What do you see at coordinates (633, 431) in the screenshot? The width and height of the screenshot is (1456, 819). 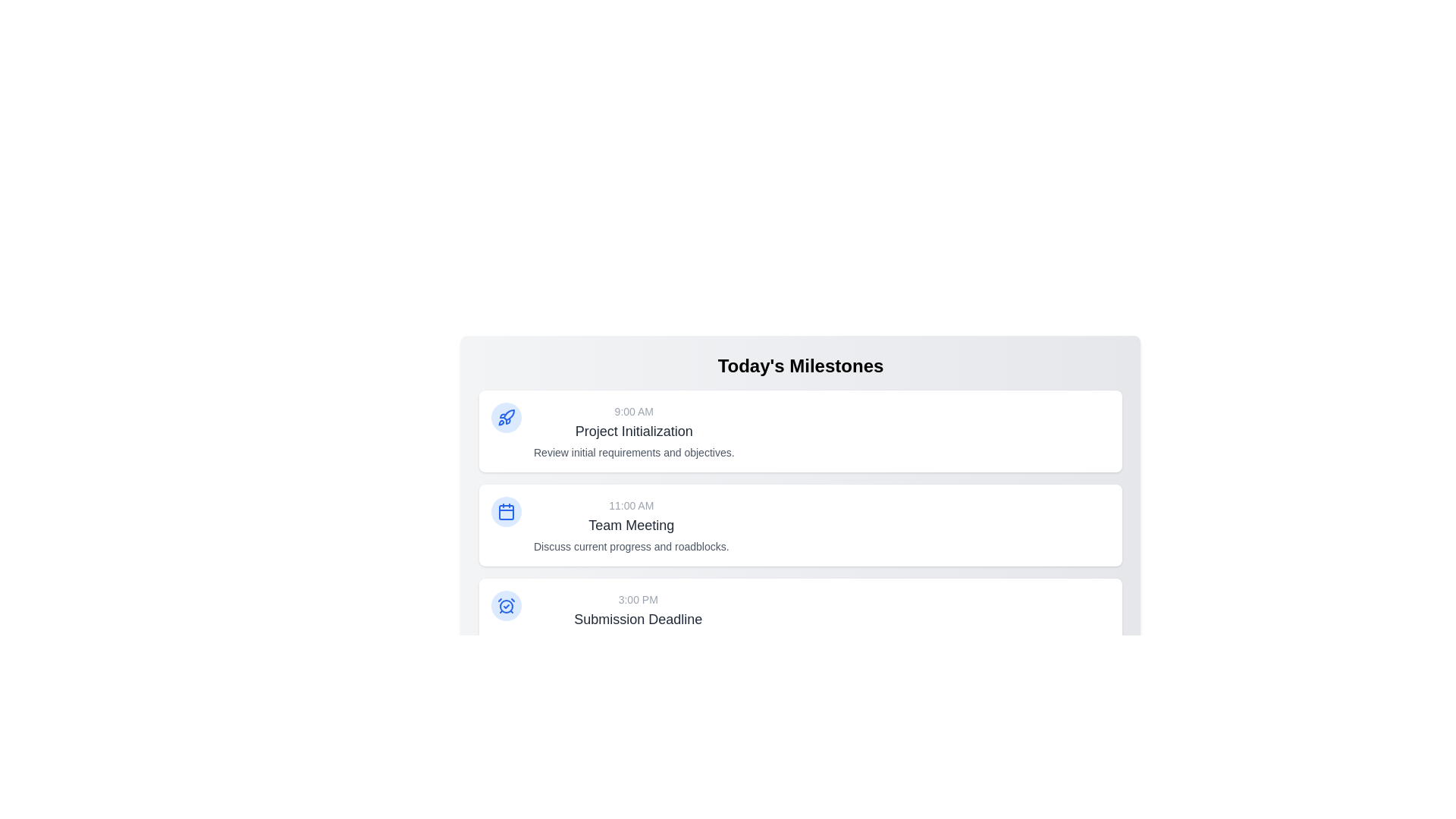 I see `the Text Label that serves as the title for a specific milestone event in the schedule, located beneath 'Today's Milestones'` at bounding box center [633, 431].